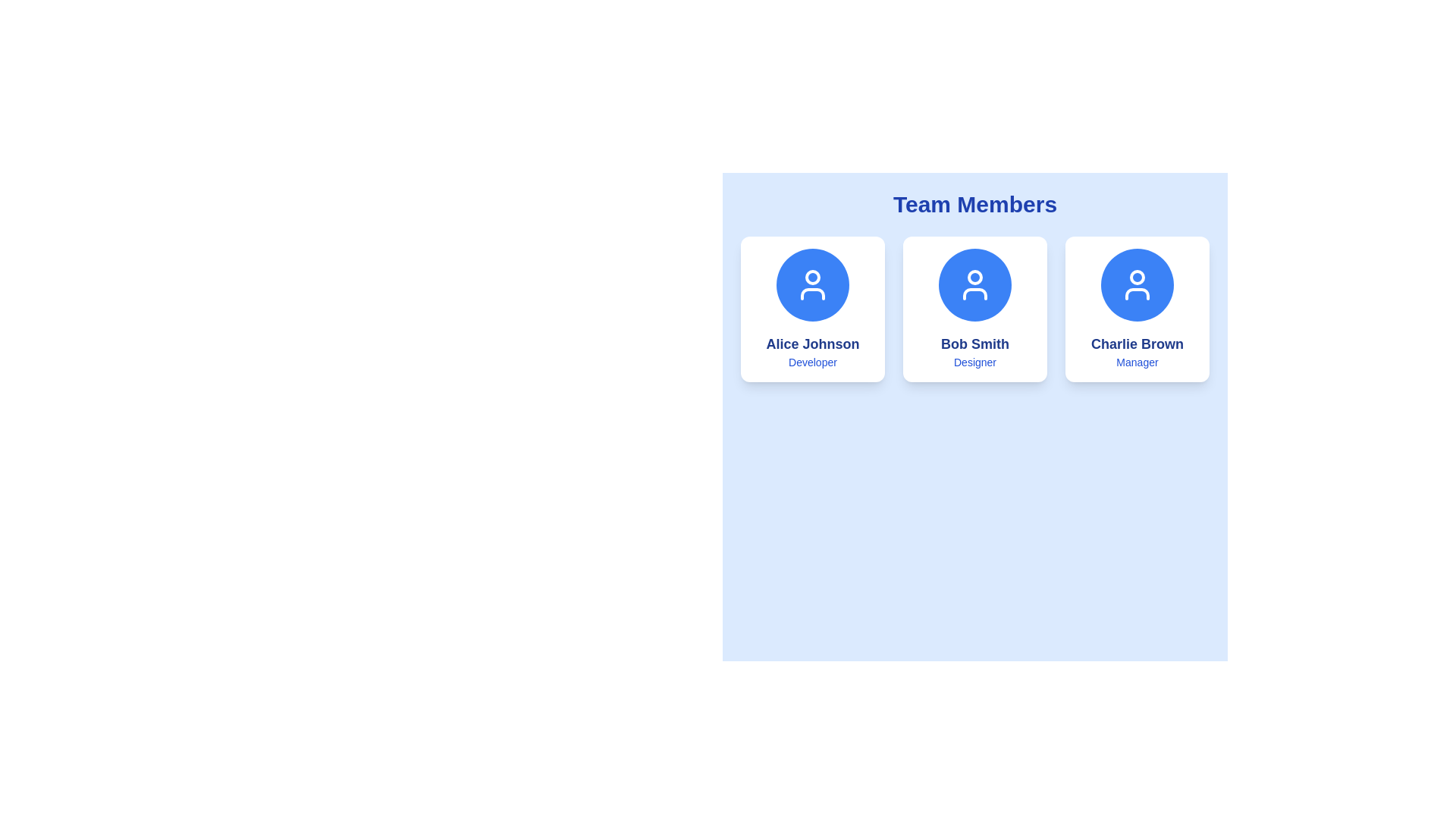 This screenshot has width=1456, height=819. I want to click on text label containing the word 'Designer' which is displayed in a small-sized font and styled in blue color, located below the name 'Bob Smith' in the middle card of the 'Team Members' section, so click(975, 362).